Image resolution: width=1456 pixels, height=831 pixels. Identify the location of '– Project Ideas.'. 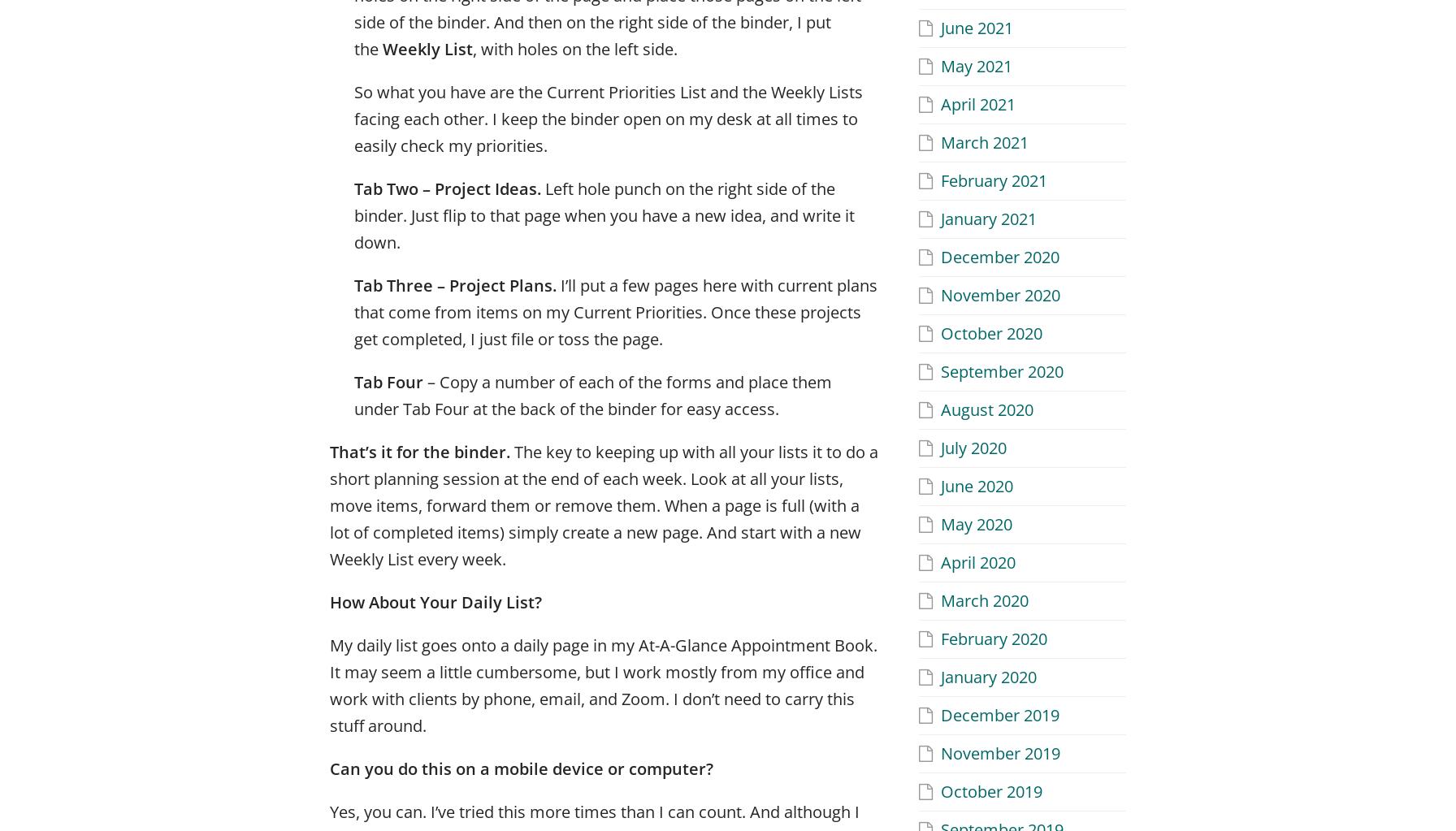
(422, 187).